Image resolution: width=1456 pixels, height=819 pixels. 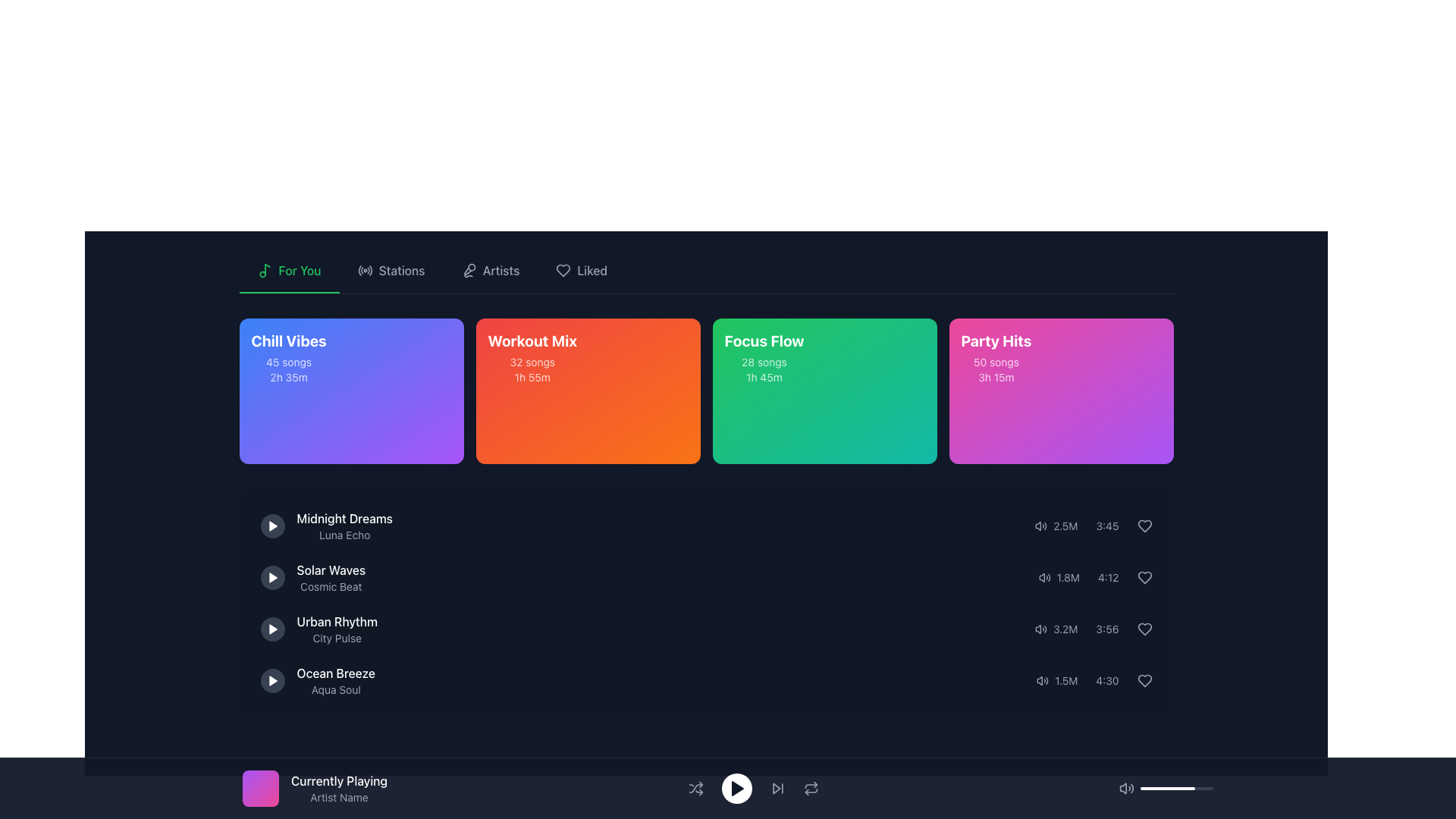 I want to click on the play button located in the top-right corner of the 'Chill Vibes' card, so click(x=435, y=351).